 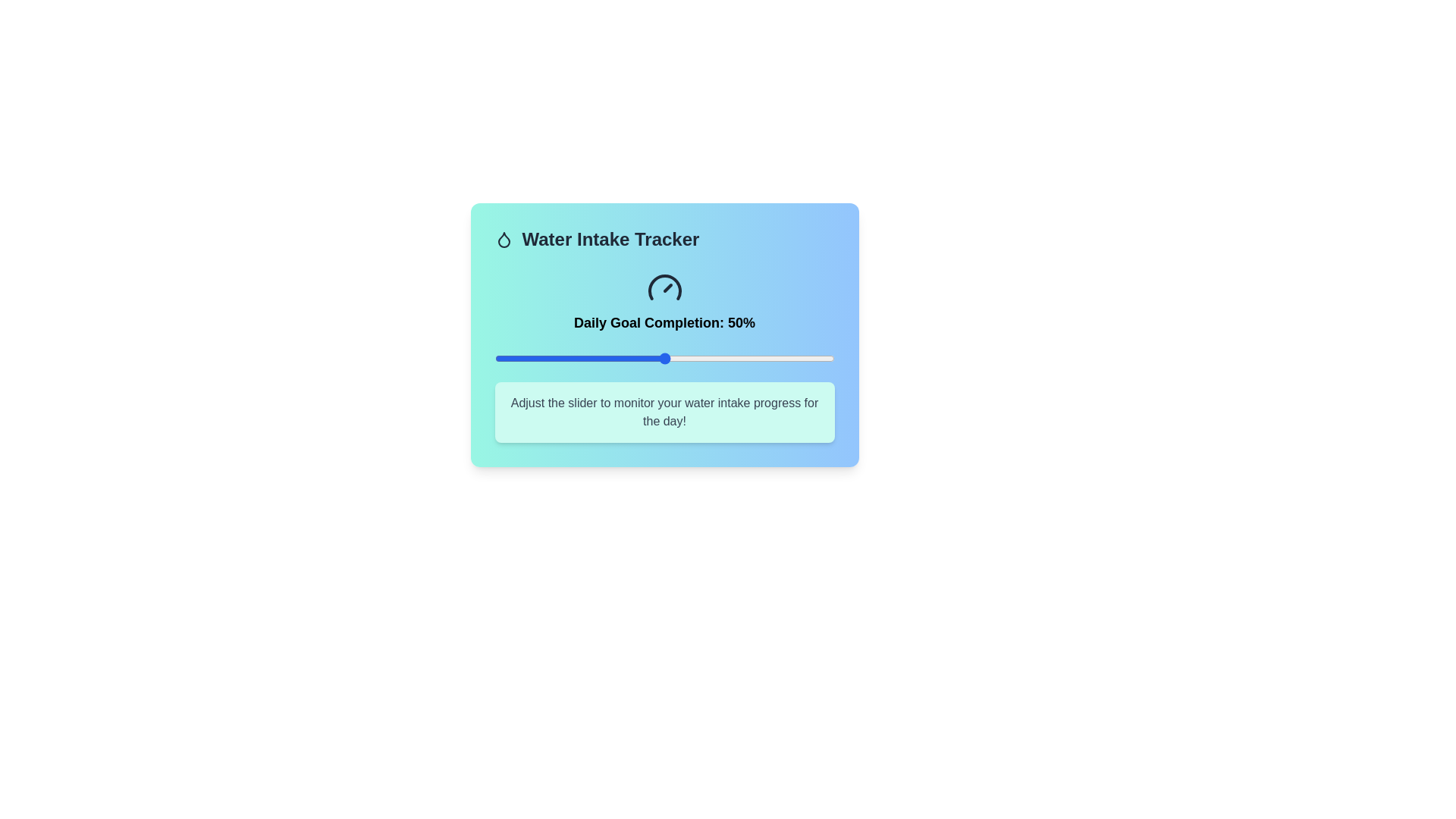 What do you see at coordinates (691, 359) in the screenshot?
I see `the slider to set the water intake percentage to 58%` at bounding box center [691, 359].